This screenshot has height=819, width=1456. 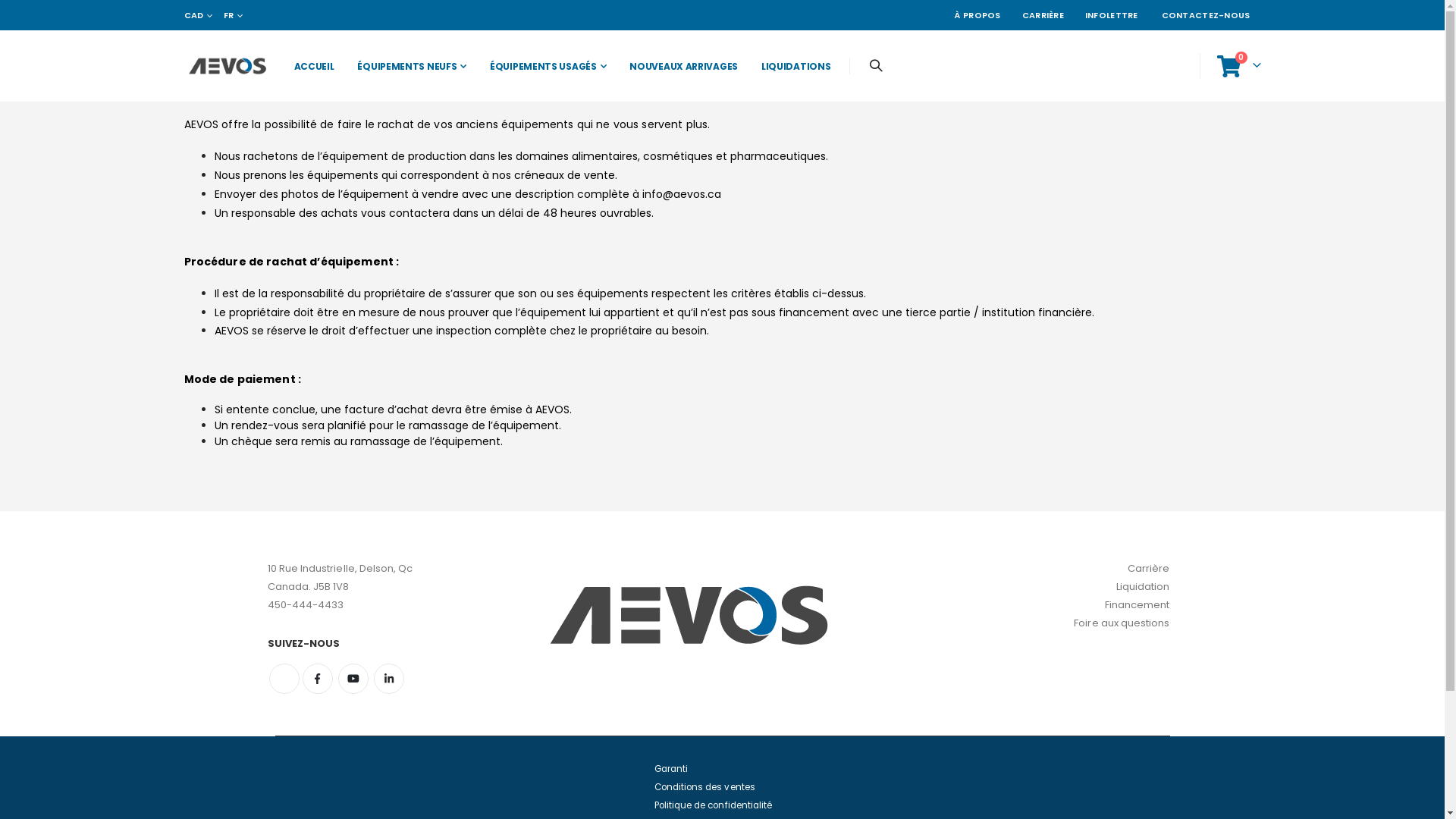 What do you see at coordinates (1238, 65) in the screenshot?
I see `'Cart` at bounding box center [1238, 65].